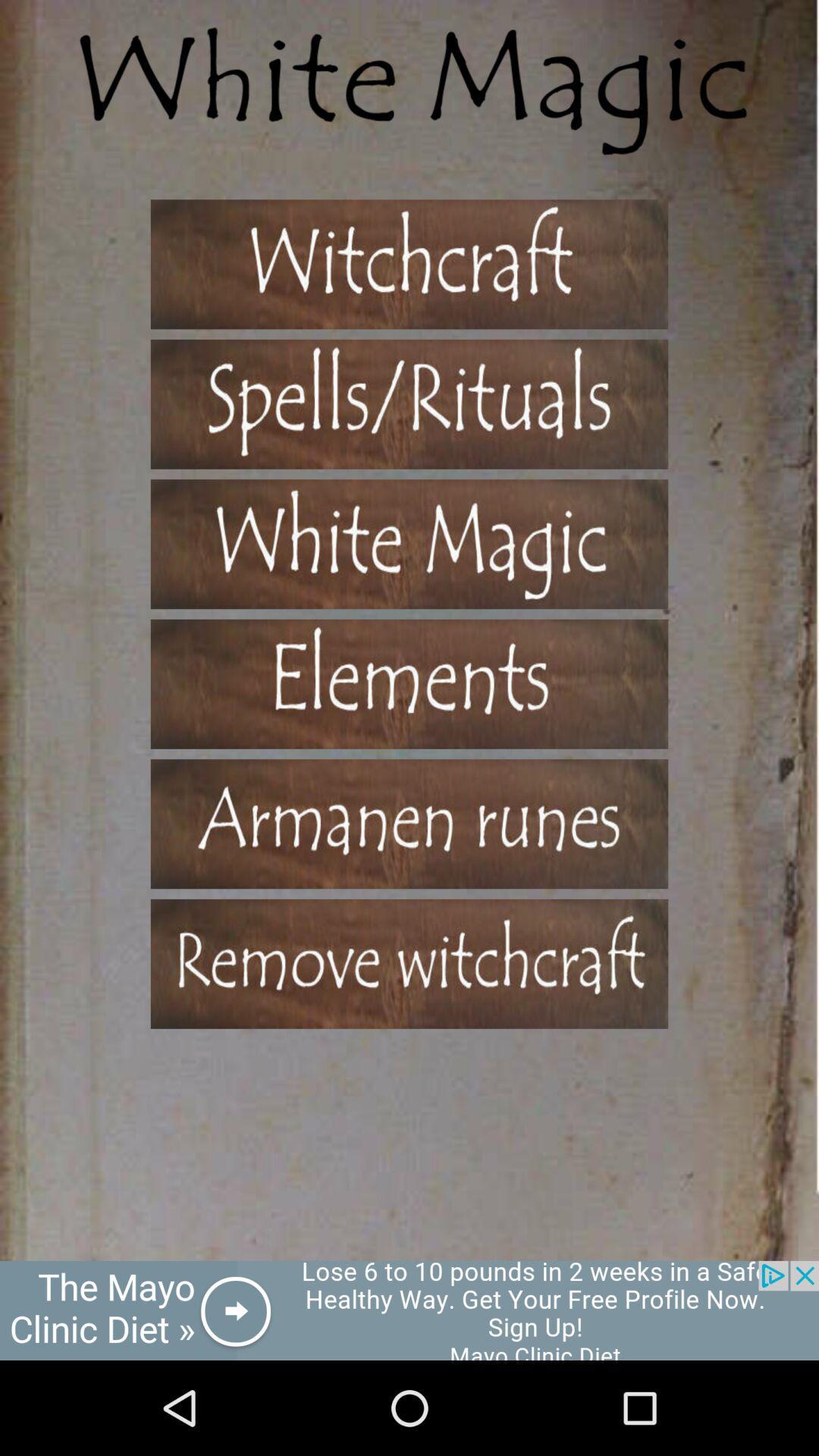 The width and height of the screenshot is (819, 1456). I want to click on ateno para o nome white magic, so click(409, 544).